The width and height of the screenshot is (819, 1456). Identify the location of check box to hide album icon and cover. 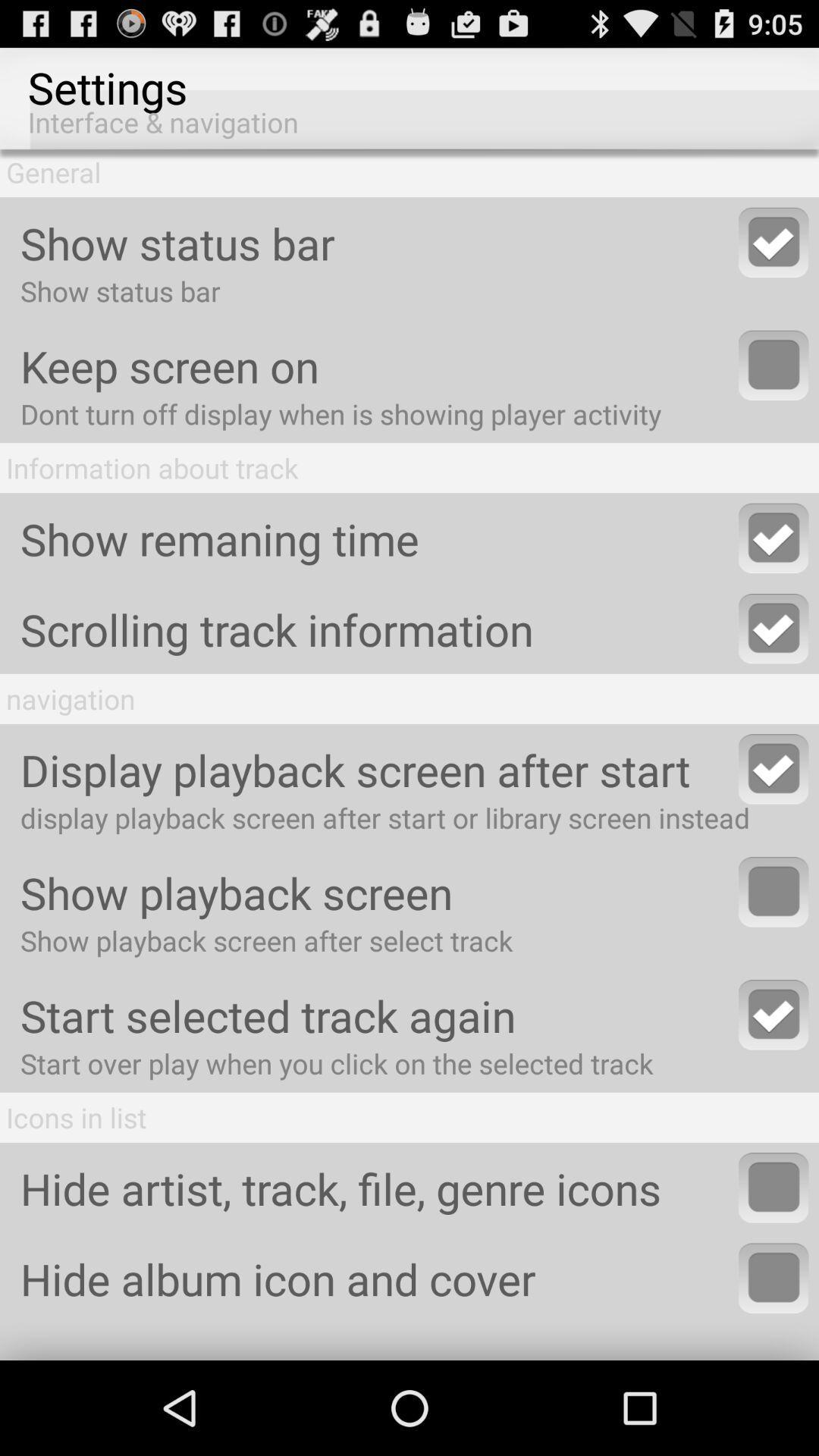
(773, 1277).